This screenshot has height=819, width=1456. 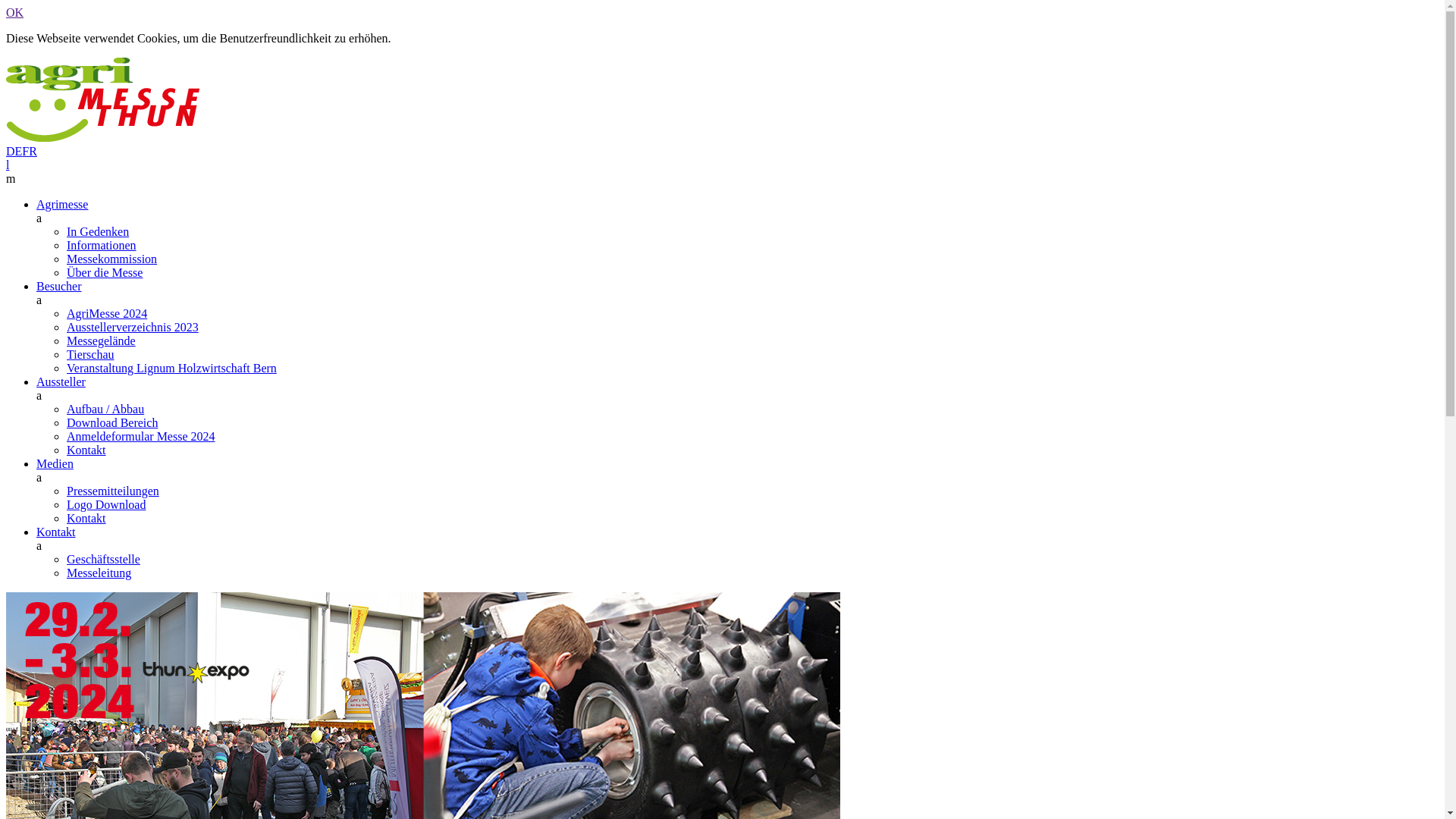 What do you see at coordinates (55, 531) in the screenshot?
I see `'Kontakt'` at bounding box center [55, 531].